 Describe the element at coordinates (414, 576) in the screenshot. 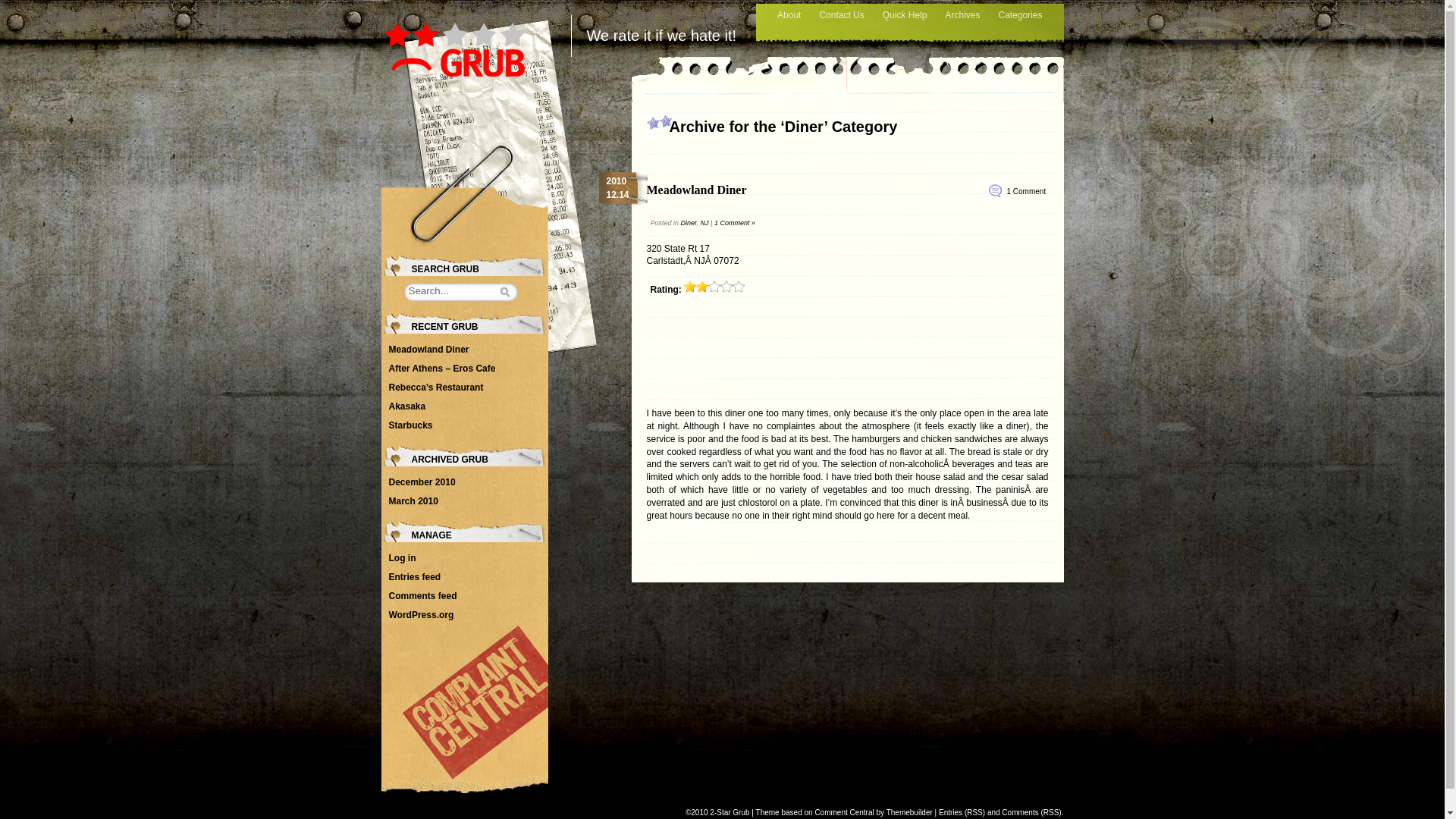

I see `'Entries feed'` at that location.